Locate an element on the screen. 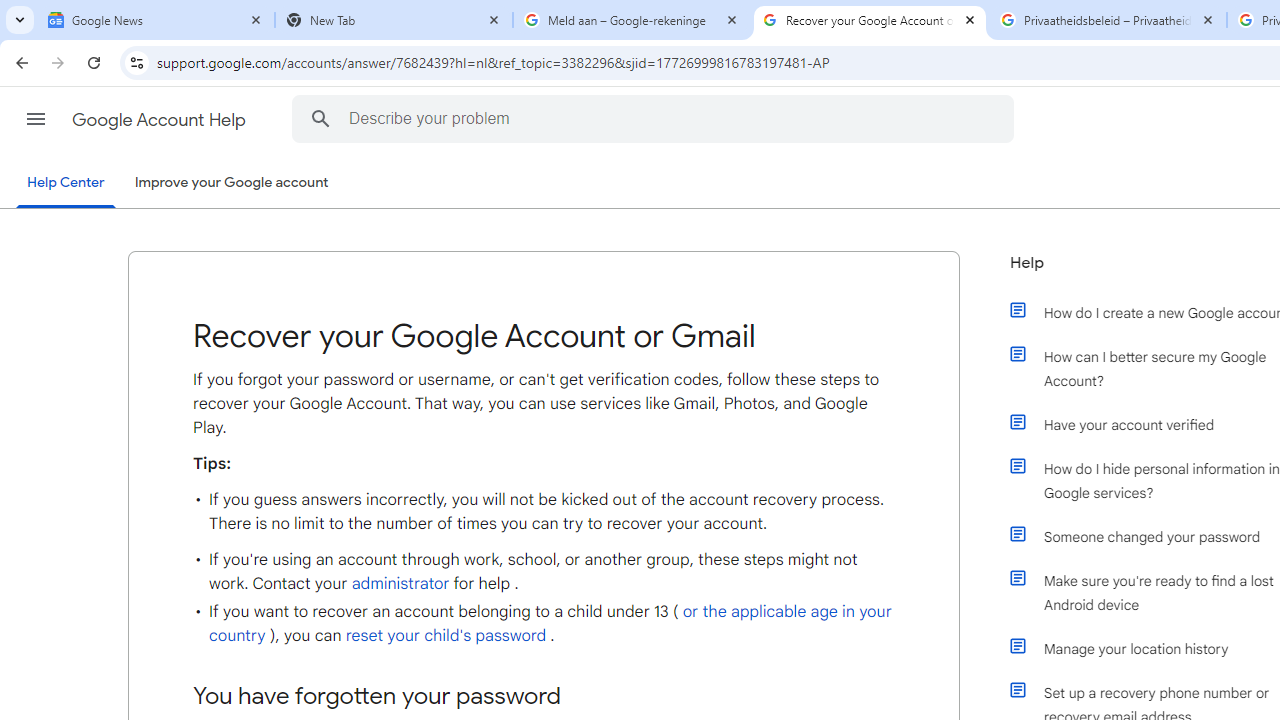  'Describe your problem' is located at coordinates (656, 118).